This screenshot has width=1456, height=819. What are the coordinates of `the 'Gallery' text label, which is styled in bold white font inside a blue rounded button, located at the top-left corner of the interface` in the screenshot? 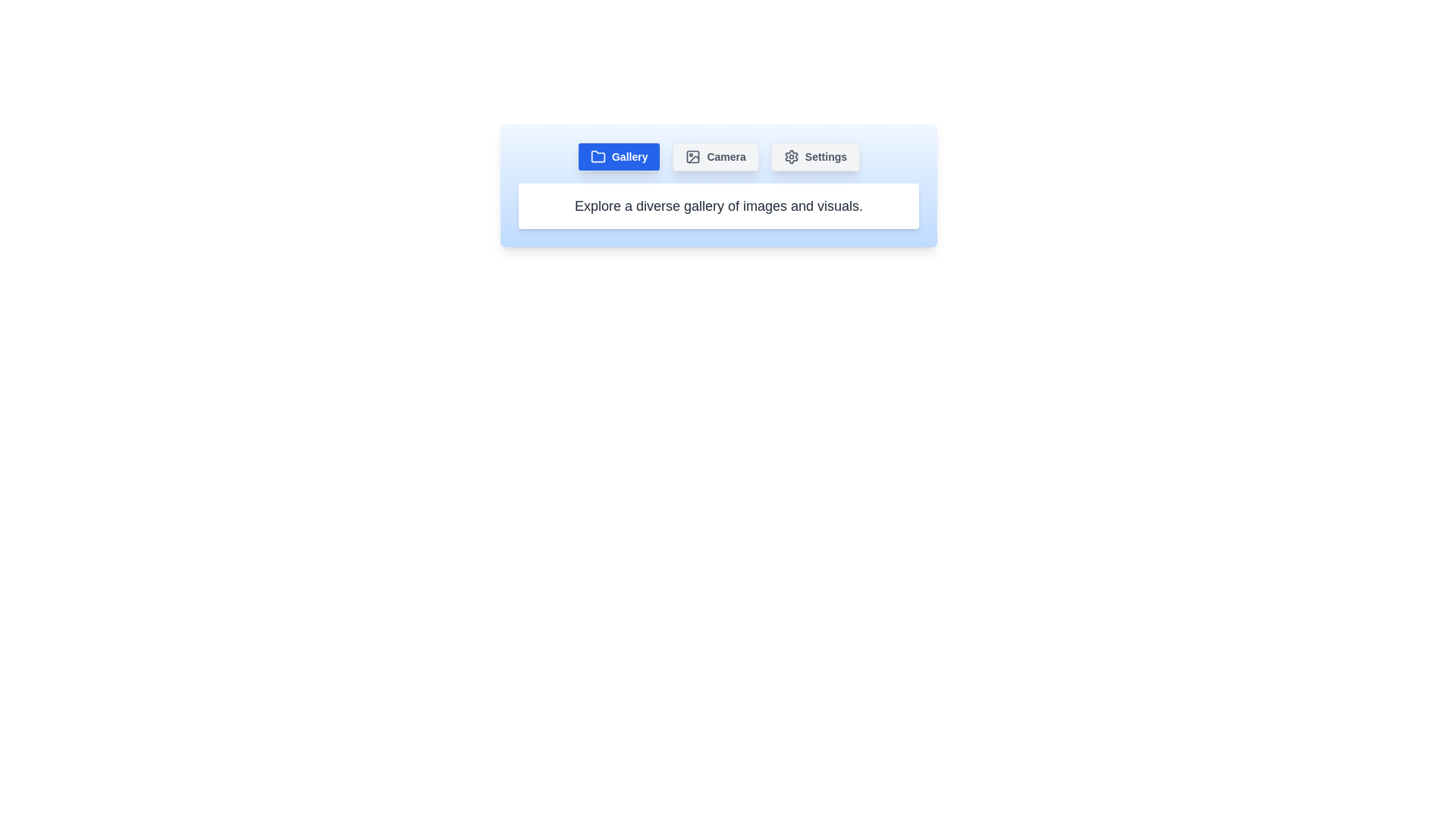 It's located at (629, 157).